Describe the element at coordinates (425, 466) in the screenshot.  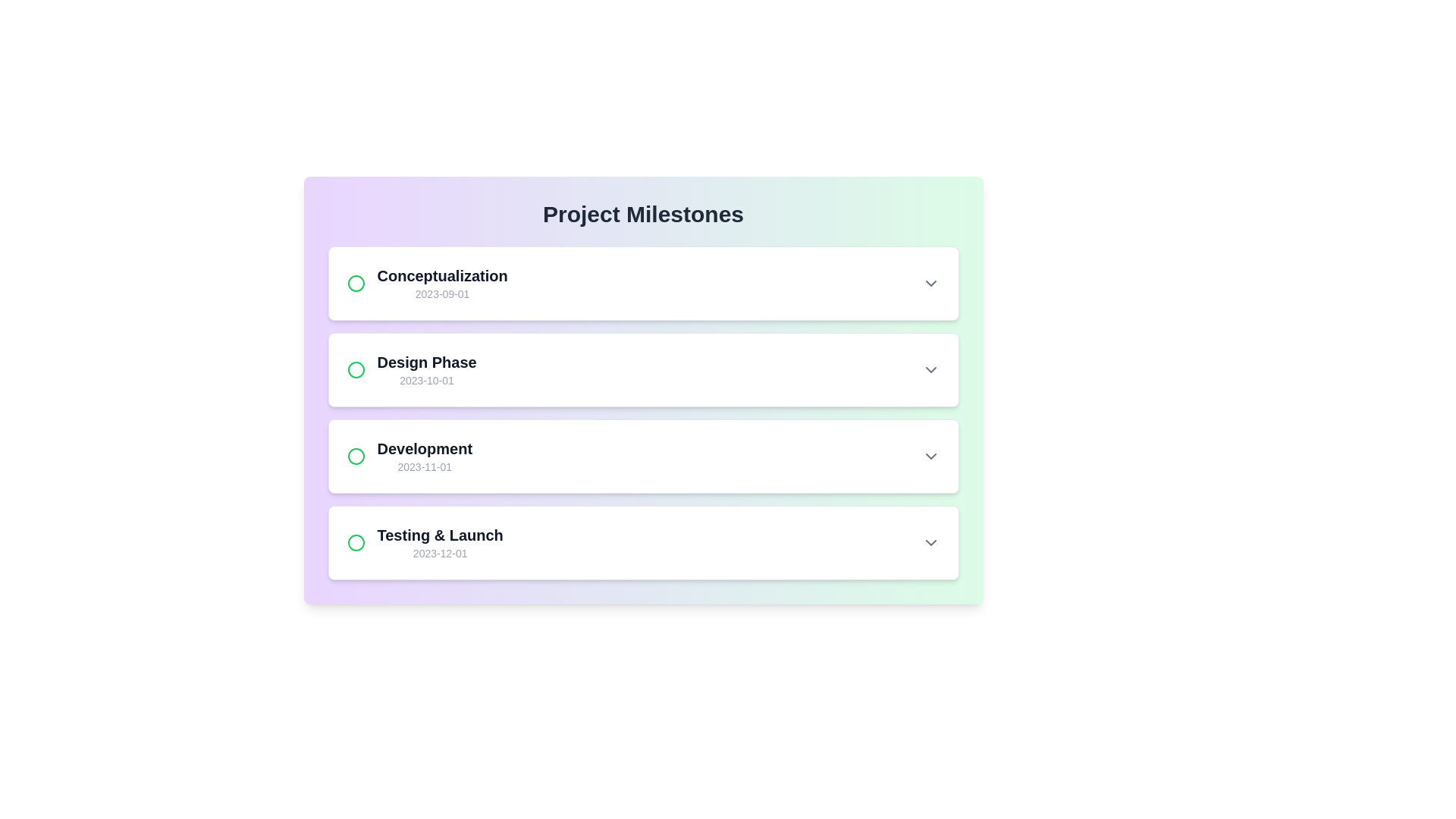
I see `the date text element located below the 'Development' heading, which provides supplemental information about the milestone` at that location.